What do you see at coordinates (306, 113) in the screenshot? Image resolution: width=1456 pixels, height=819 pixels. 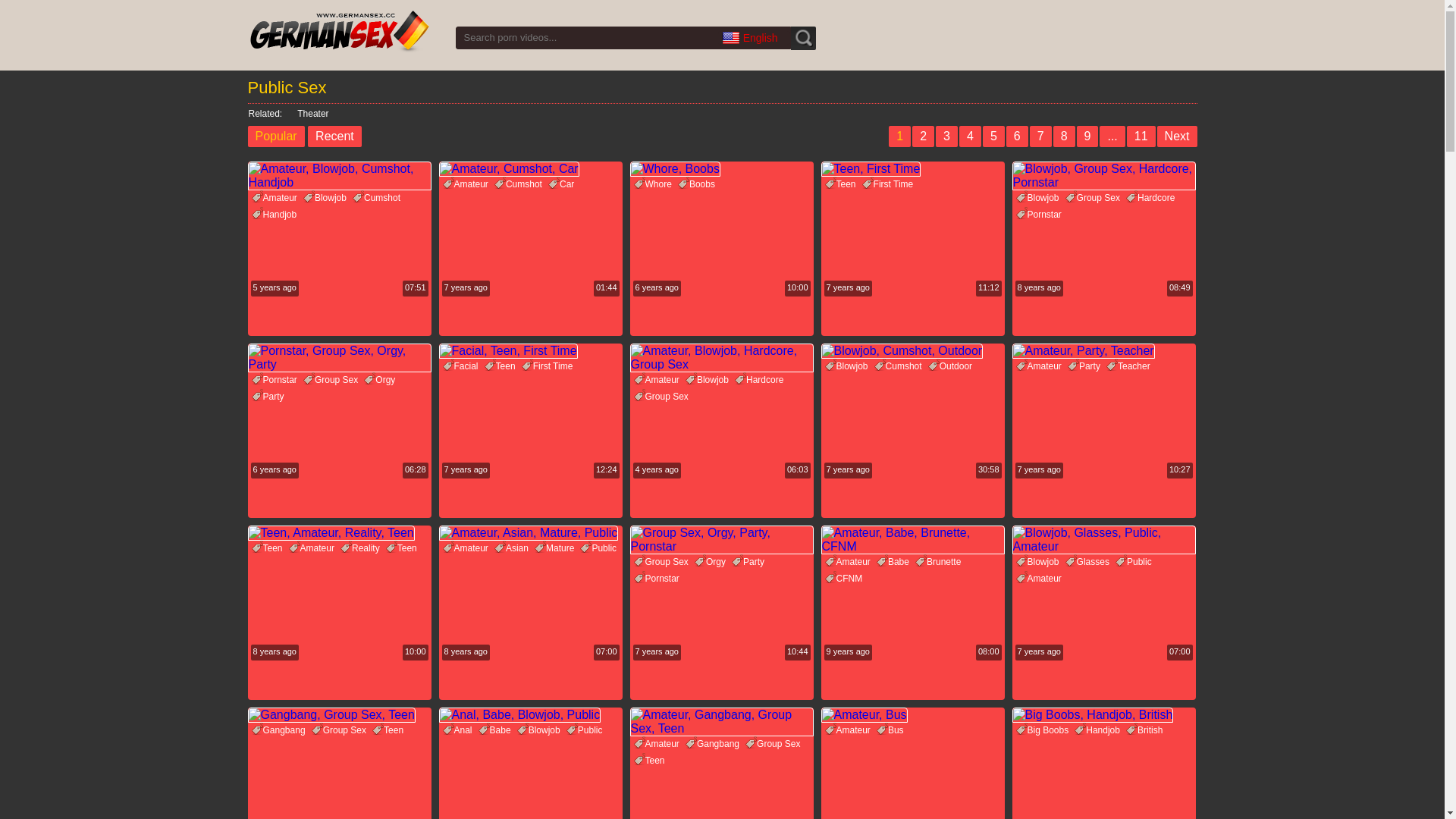 I see `'Theater'` at bounding box center [306, 113].